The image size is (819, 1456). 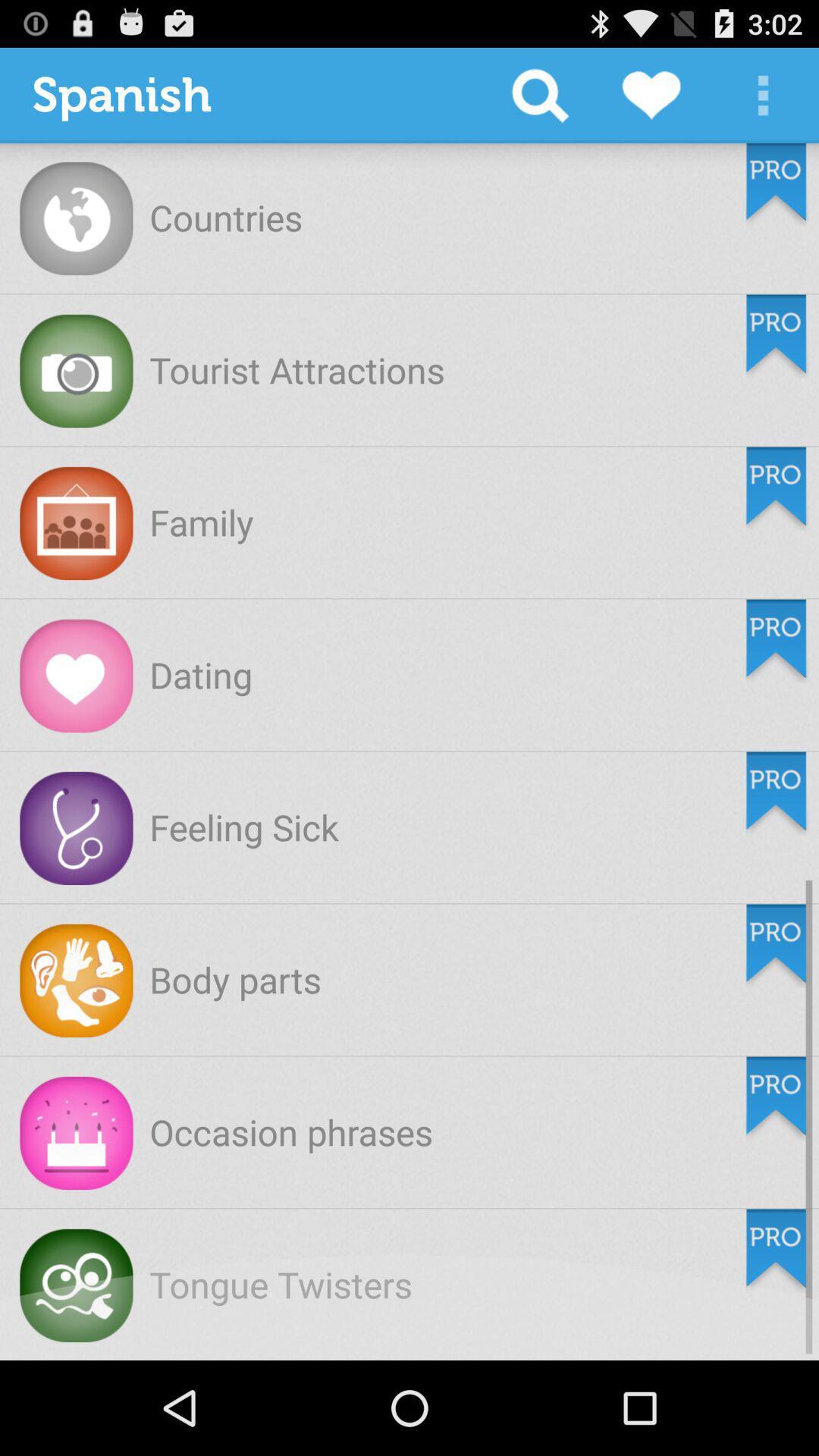 I want to click on body parts item, so click(x=235, y=979).